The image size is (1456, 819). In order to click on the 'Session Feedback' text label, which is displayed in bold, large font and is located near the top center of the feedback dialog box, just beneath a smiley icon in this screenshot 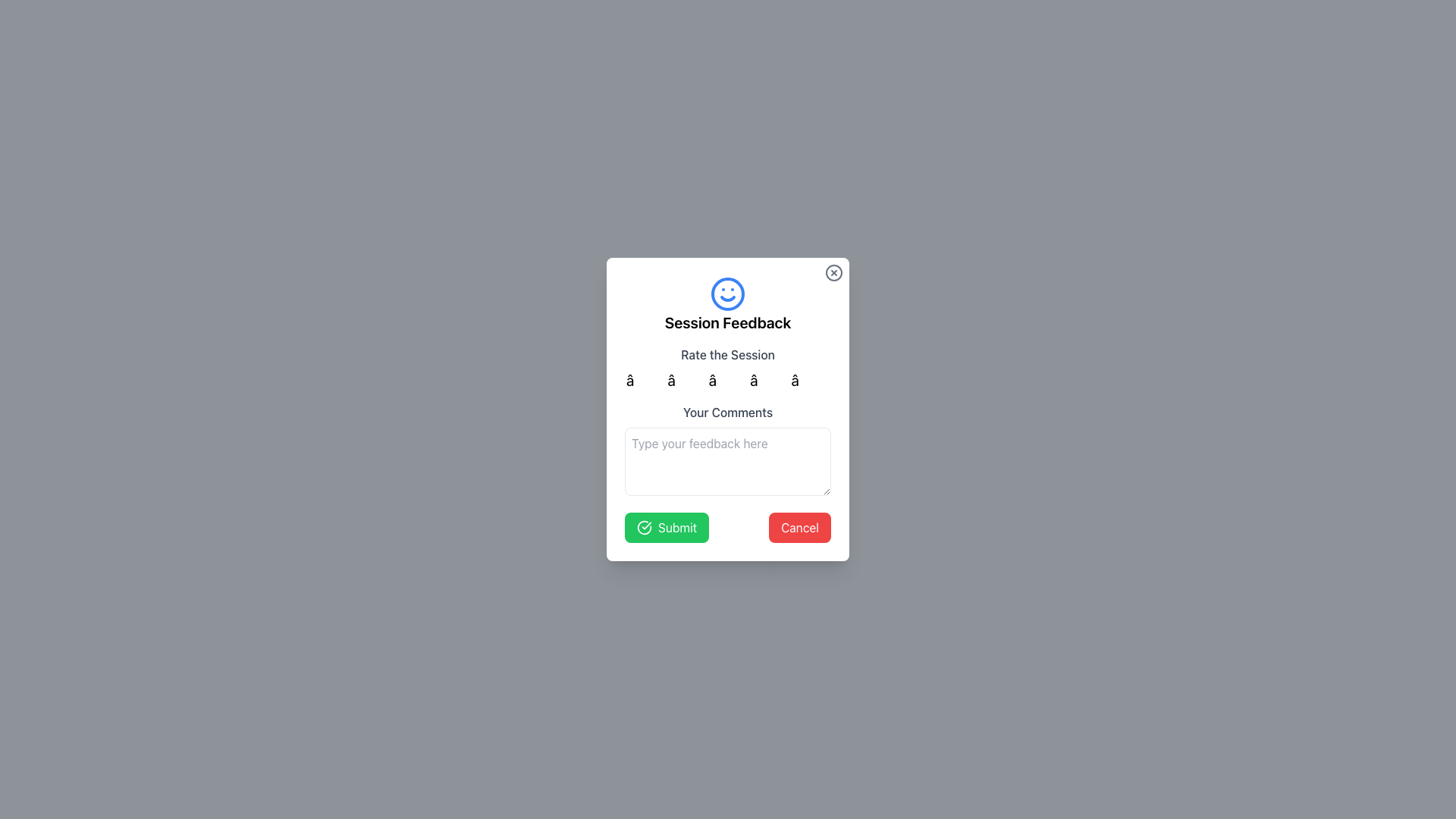, I will do `click(728, 304)`.